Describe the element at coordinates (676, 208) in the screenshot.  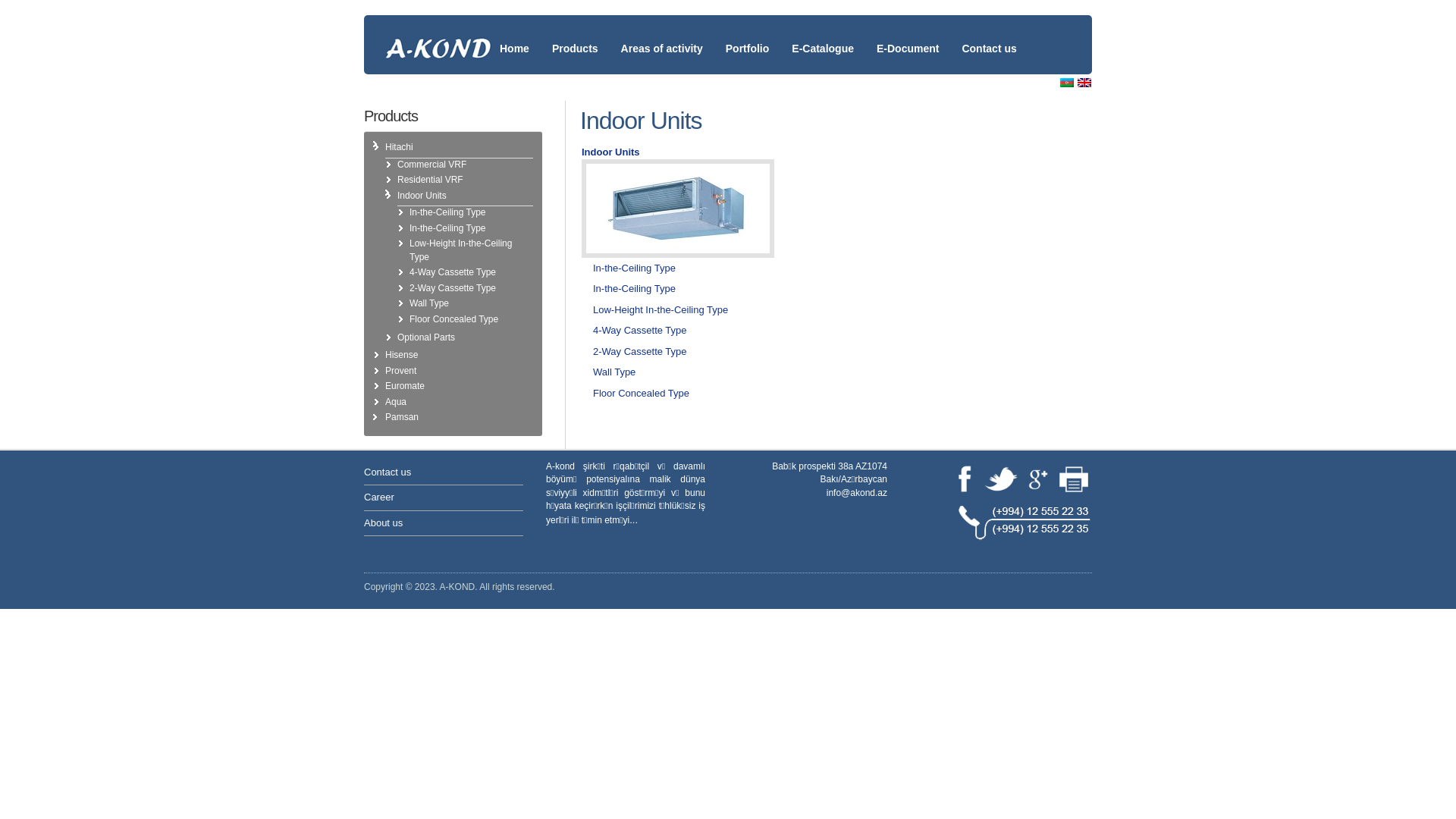
I see `'Indoor Units'` at that location.